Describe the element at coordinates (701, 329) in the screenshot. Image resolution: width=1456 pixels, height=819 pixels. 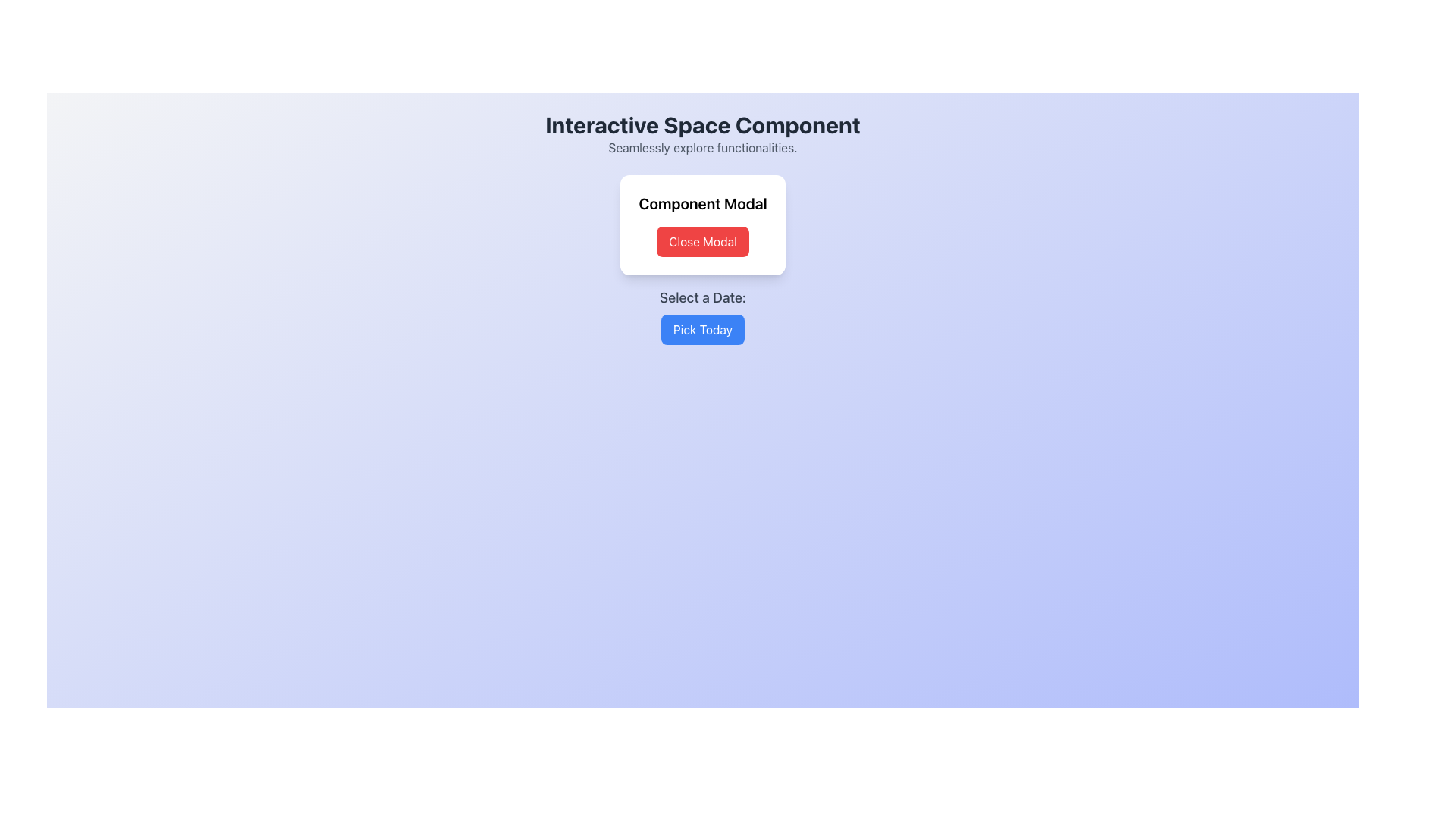
I see `the rectangular blue button labeled 'Pick Today' below the 'Select a Date:' label` at that location.